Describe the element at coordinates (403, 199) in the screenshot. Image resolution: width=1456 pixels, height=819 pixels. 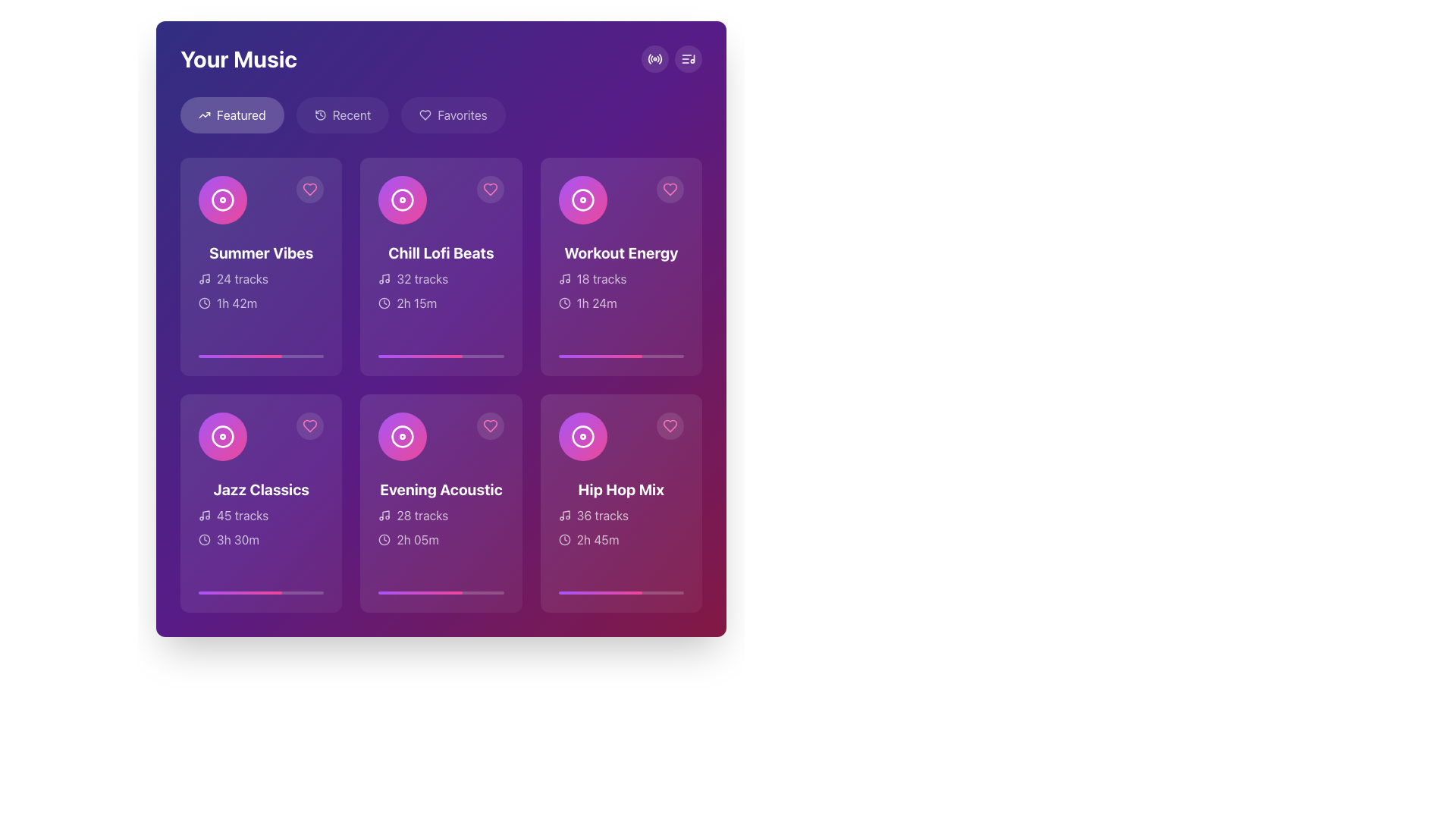
I see `the Chill Lofi Beats icon, which is a circular disc styled in a gradient from purple to pink` at that location.